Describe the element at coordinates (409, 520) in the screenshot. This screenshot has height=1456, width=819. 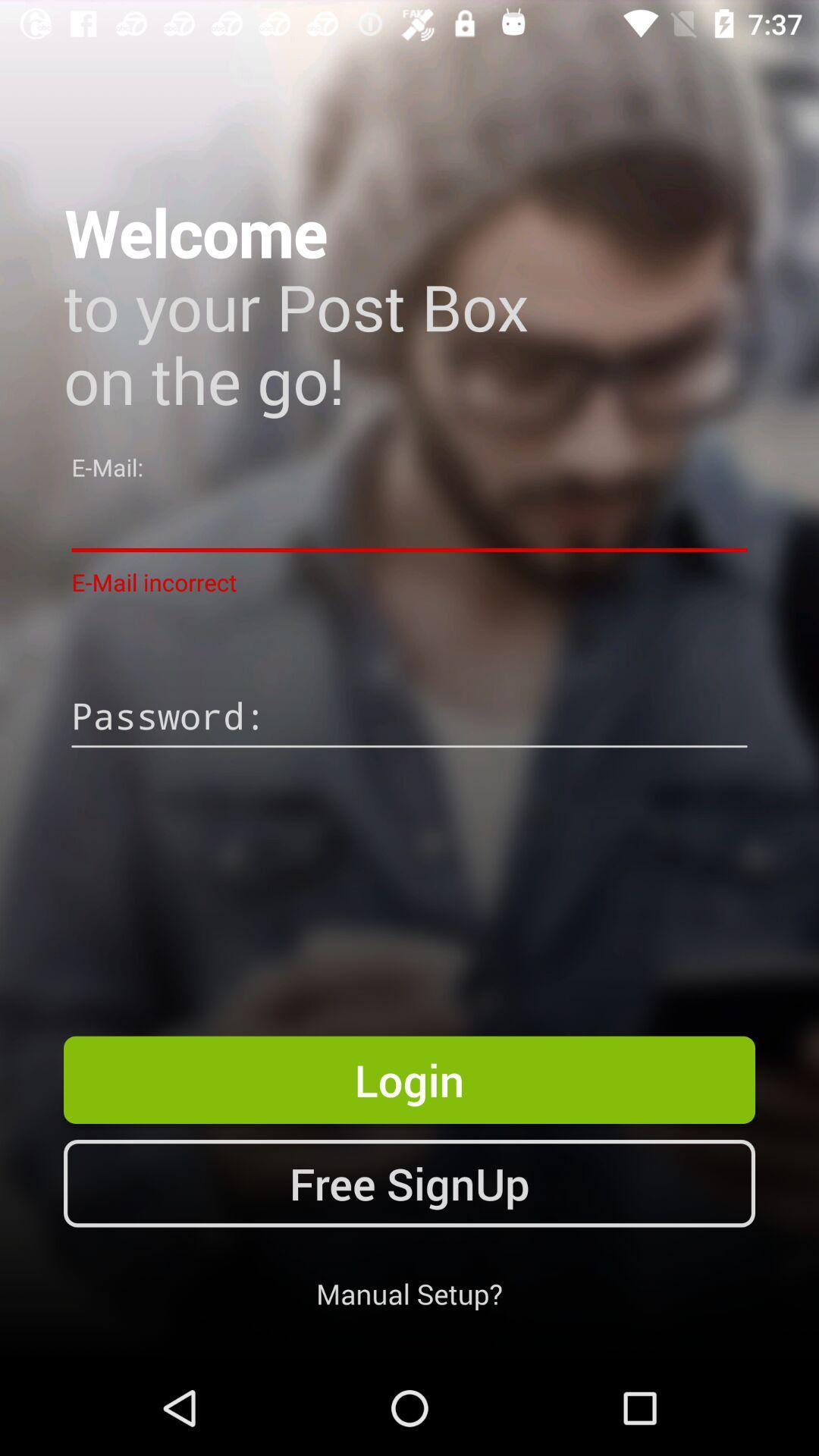
I see `your email` at that location.